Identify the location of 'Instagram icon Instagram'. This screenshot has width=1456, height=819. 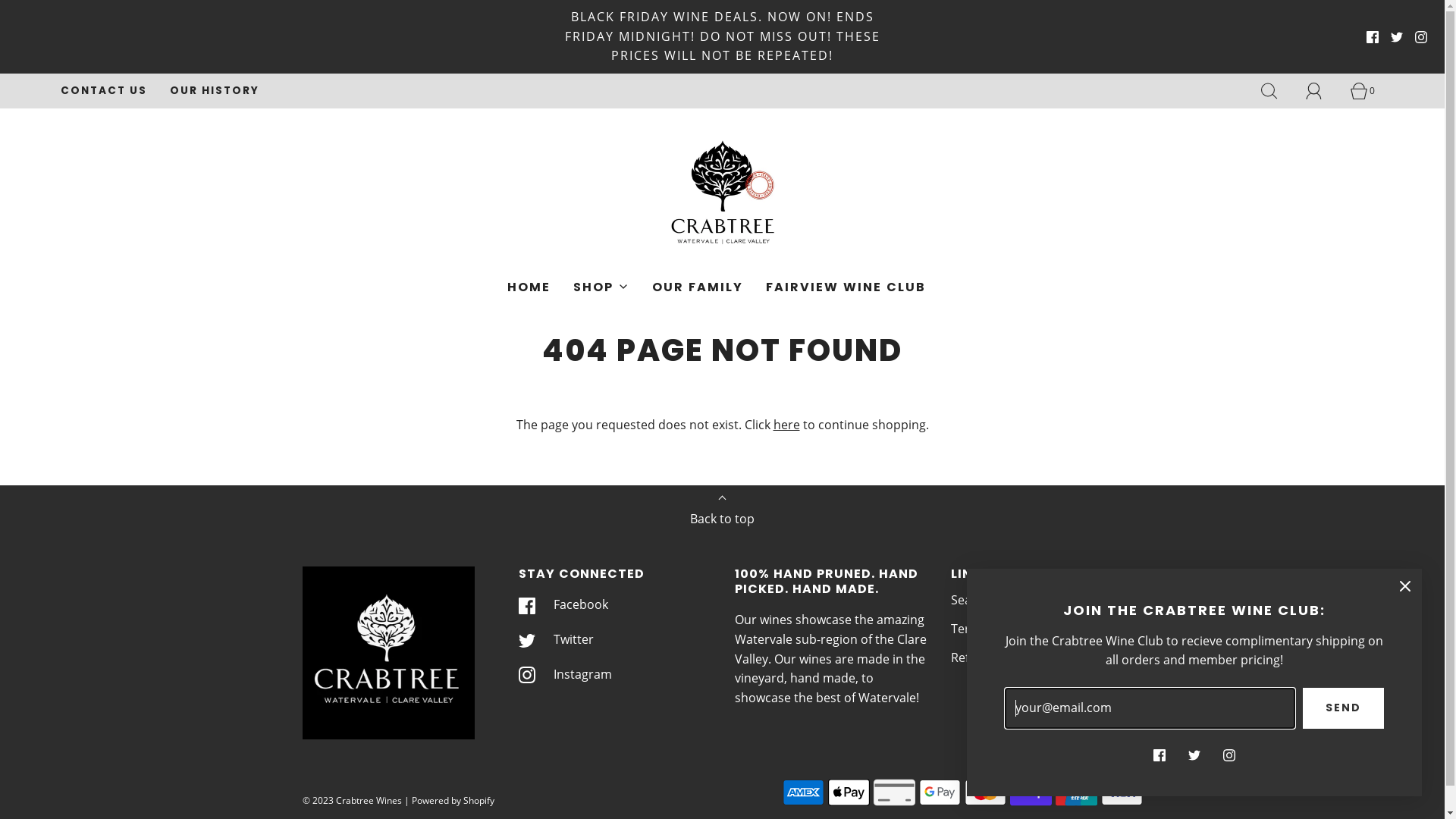
(564, 673).